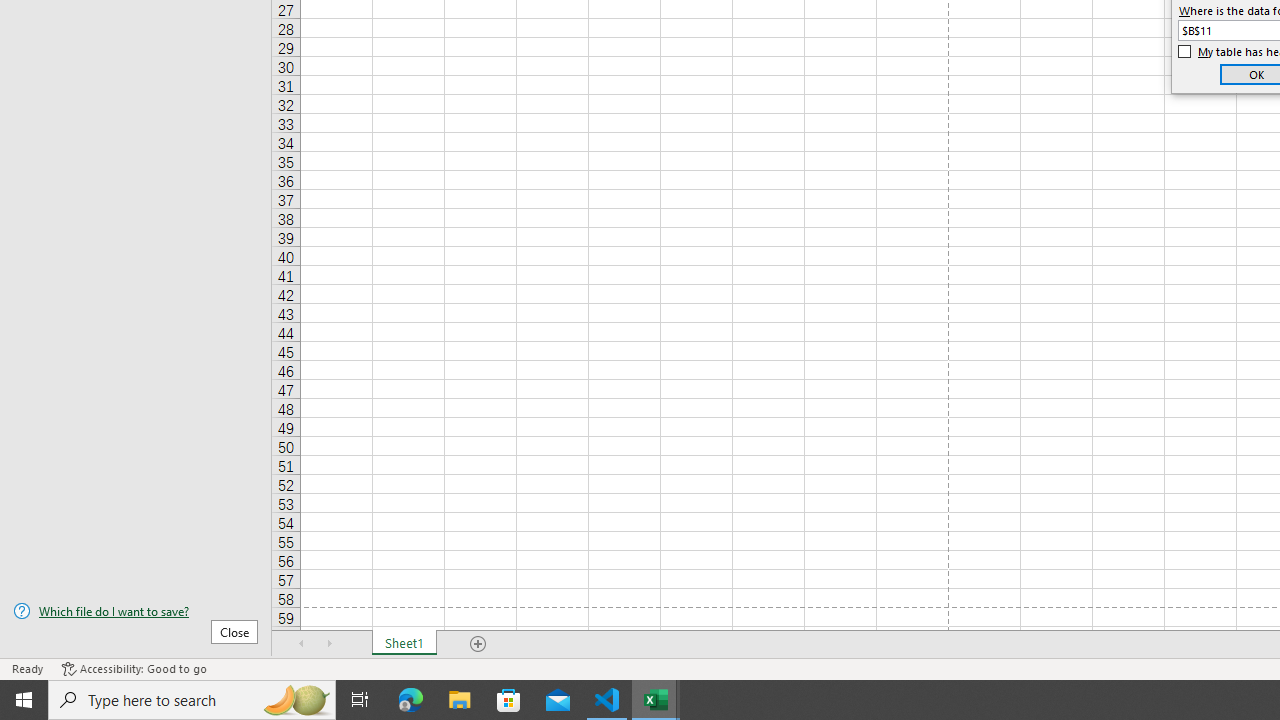 The height and width of the screenshot is (720, 1280). What do you see at coordinates (133, 669) in the screenshot?
I see `'Accessibility Checker Accessibility: Good to go'` at bounding box center [133, 669].